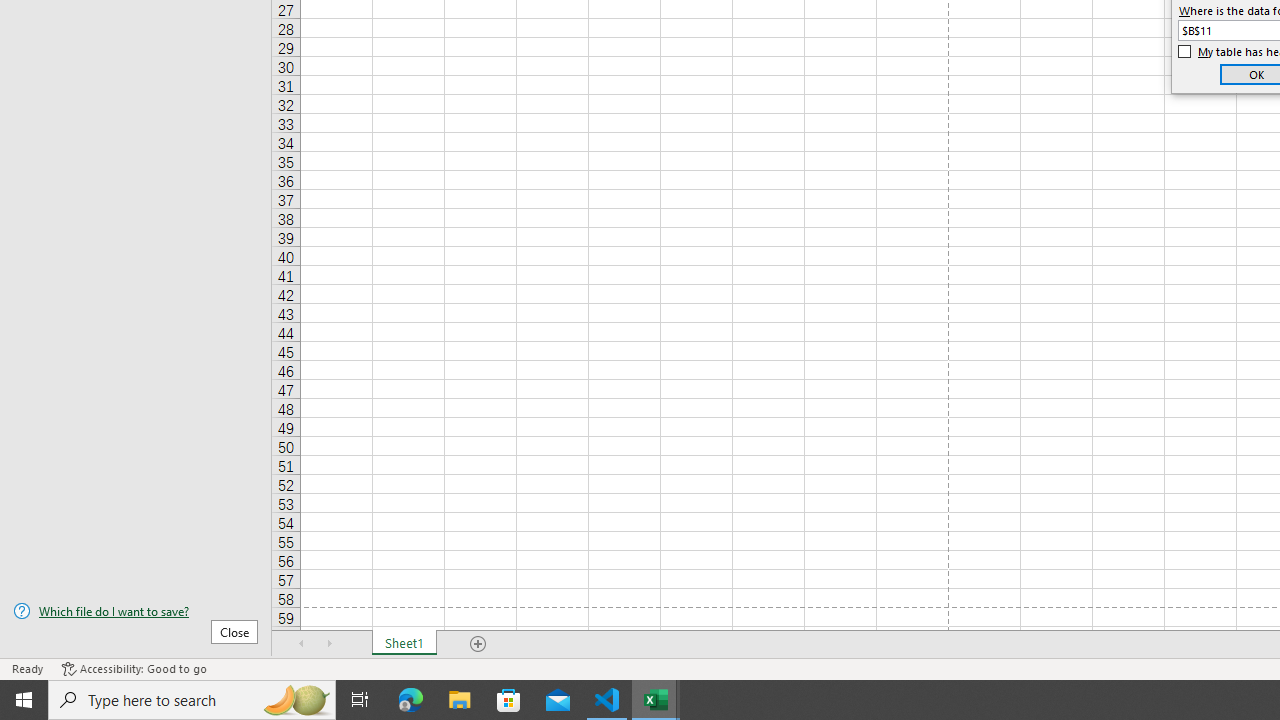 The height and width of the screenshot is (720, 1280). What do you see at coordinates (133, 669) in the screenshot?
I see `'Accessibility Checker Accessibility: Good to go'` at bounding box center [133, 669].